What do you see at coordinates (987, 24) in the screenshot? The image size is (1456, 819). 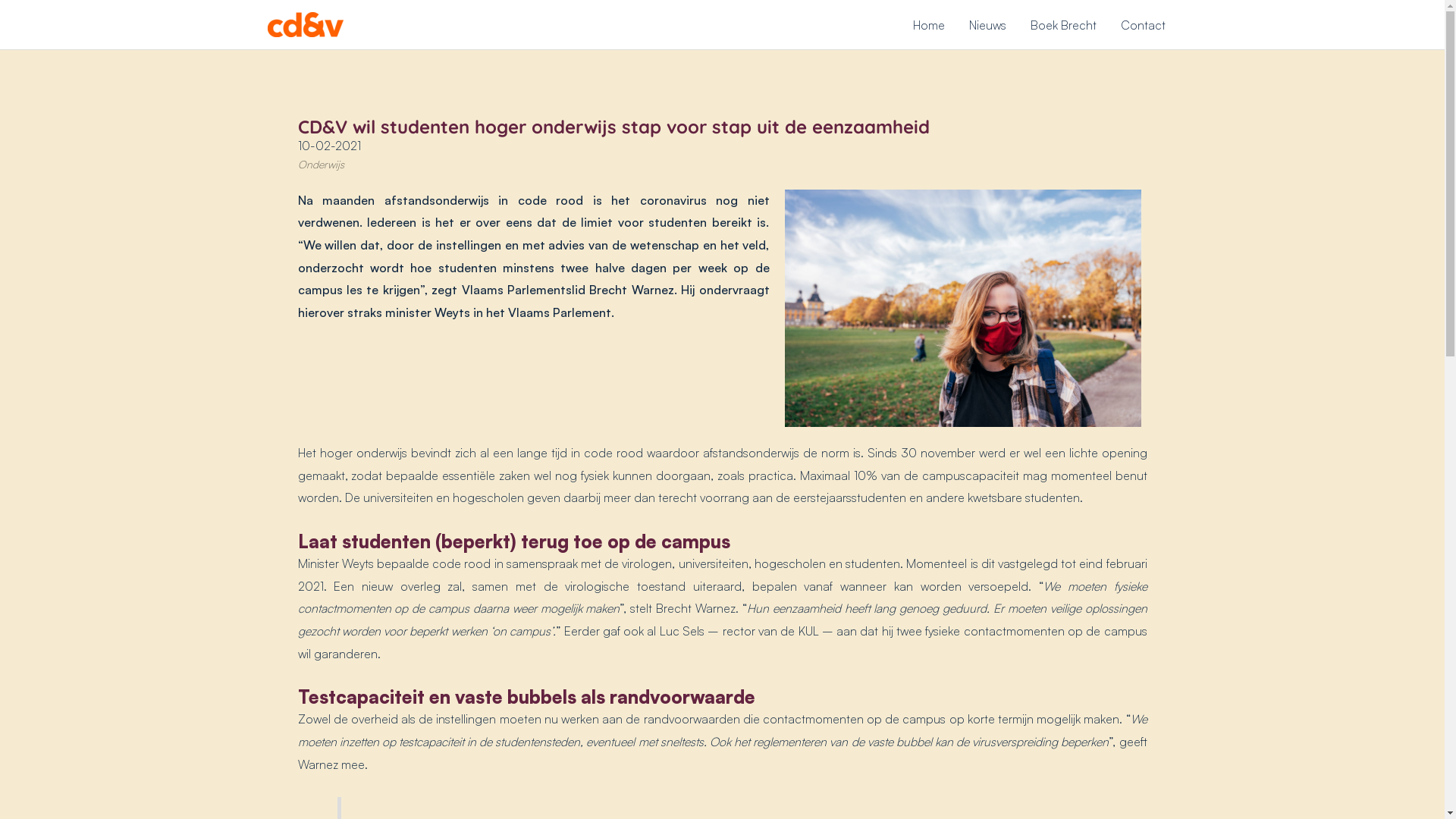 I see `'Nieuws'` at bounding box center [987, 24].